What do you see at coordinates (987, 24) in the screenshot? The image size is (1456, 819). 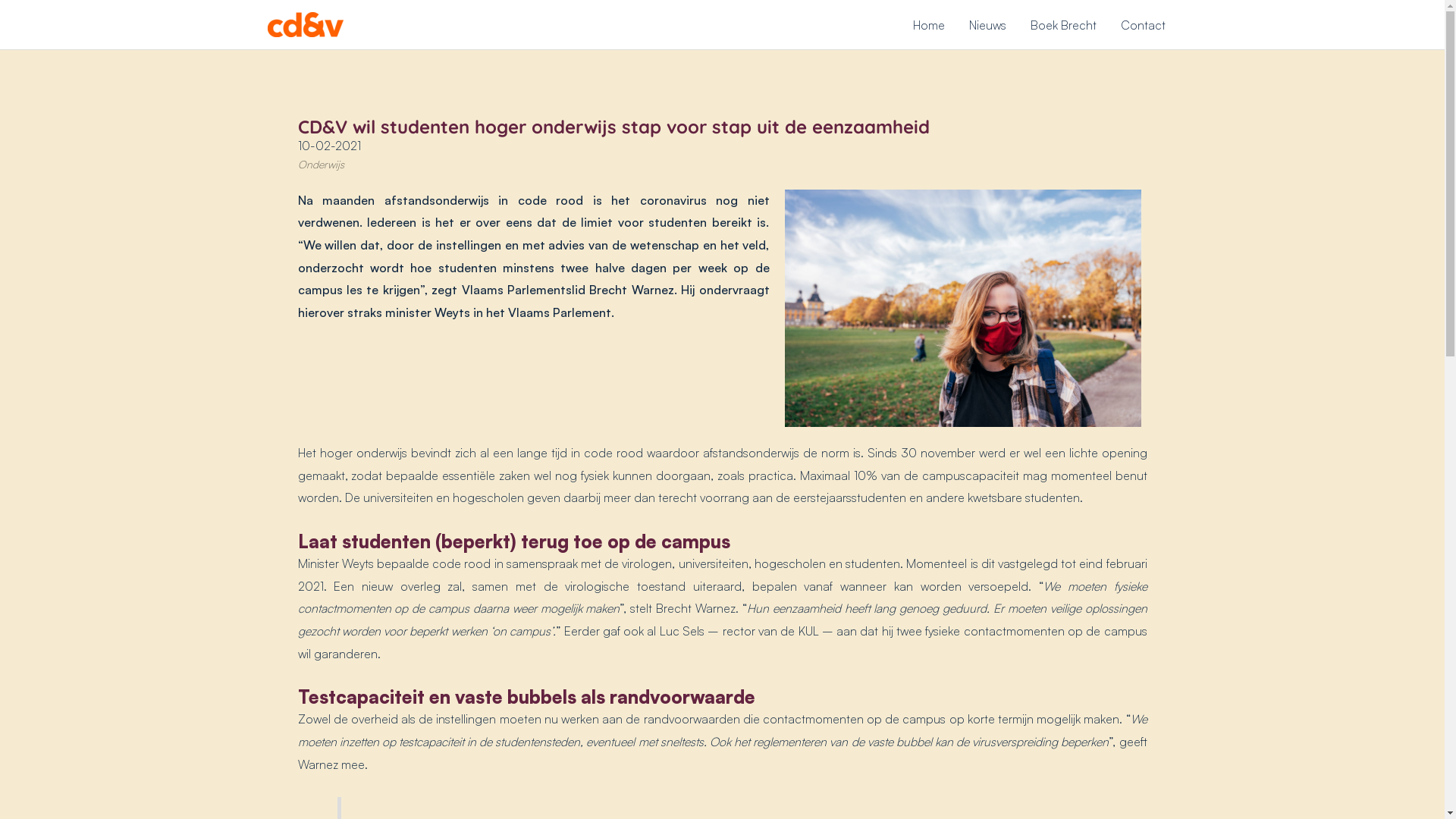 I see `'Nieuws'` at bounding box center [987, 24].